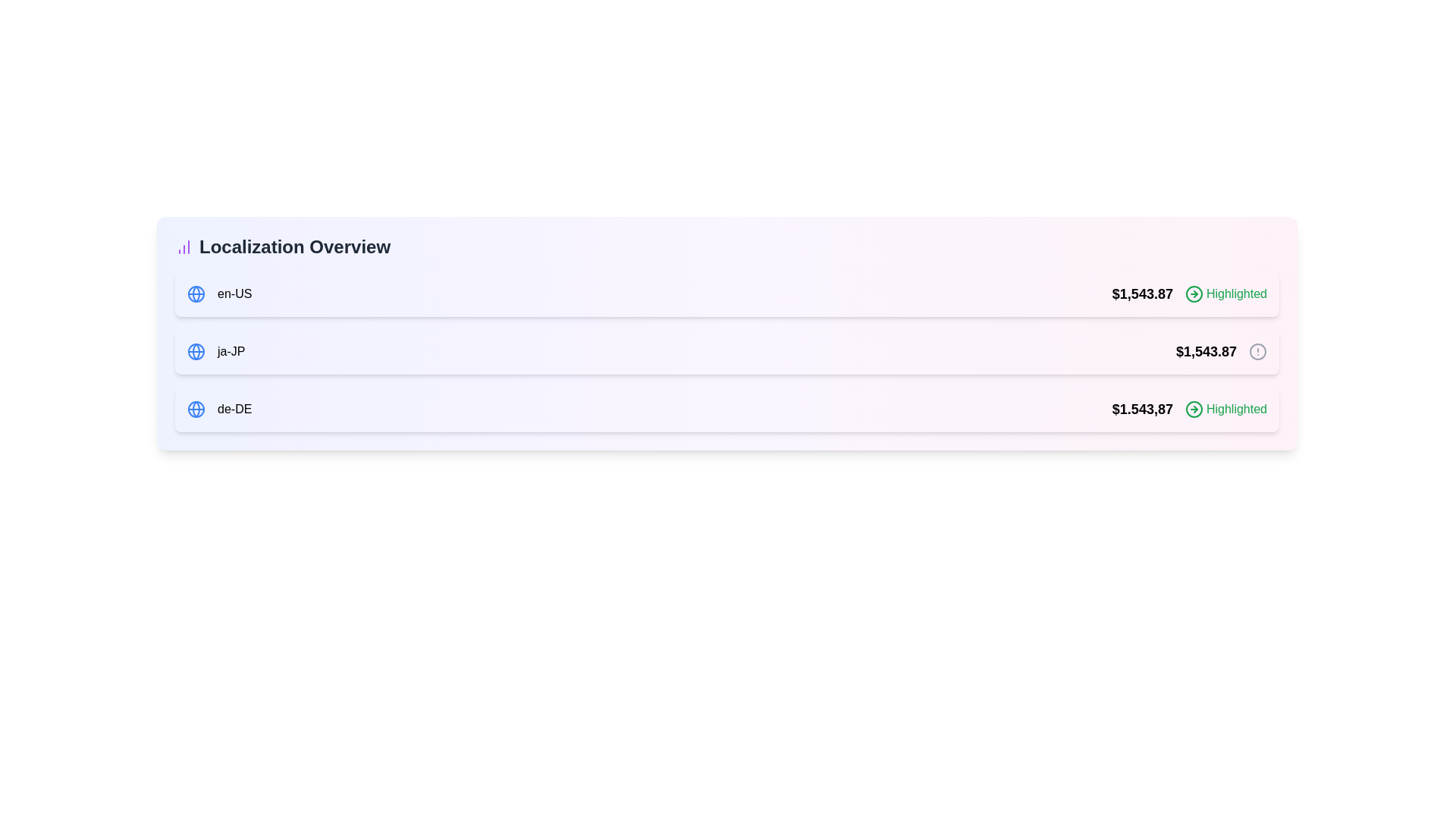 The image size is (1456, 819). What do you see at coordinates (196, 409) in the screenshot?
I see `the decorative globe icon located to the immediate left of the 'de-DE' text in the third row of the vertically stacked list` at bounding box center [196, 409].